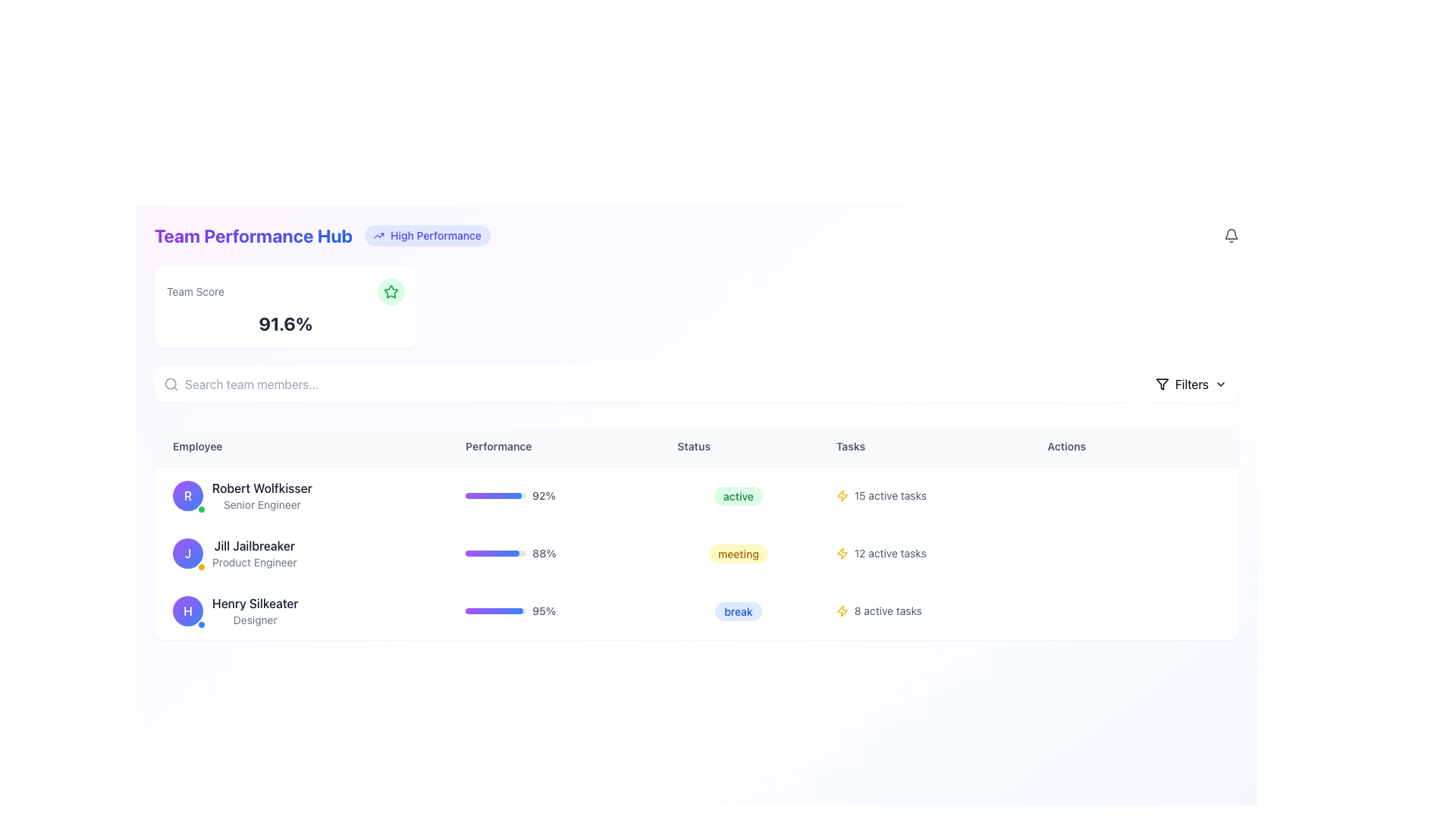 The image size is (1456, 819). What do you see at coordinates (739, 610) in the screenshot?
I see `the status indicator badge for 'Henry Silkeater', located in the 'Status' column of the table, to interact with it` at bounding box center [739, 610].